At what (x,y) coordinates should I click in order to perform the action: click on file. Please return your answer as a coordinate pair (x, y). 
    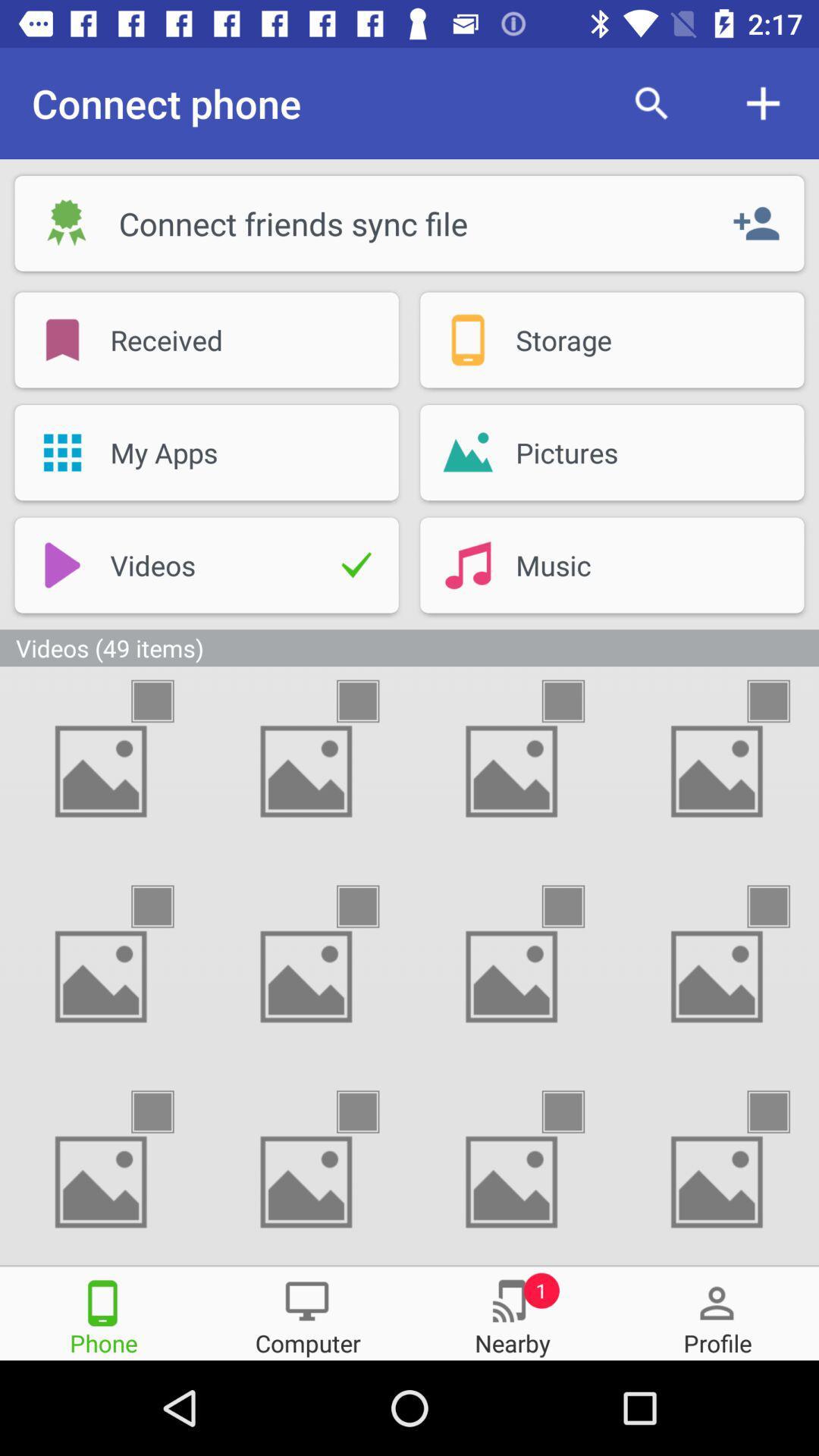
    Looking at the image, I should click on (576, 700).